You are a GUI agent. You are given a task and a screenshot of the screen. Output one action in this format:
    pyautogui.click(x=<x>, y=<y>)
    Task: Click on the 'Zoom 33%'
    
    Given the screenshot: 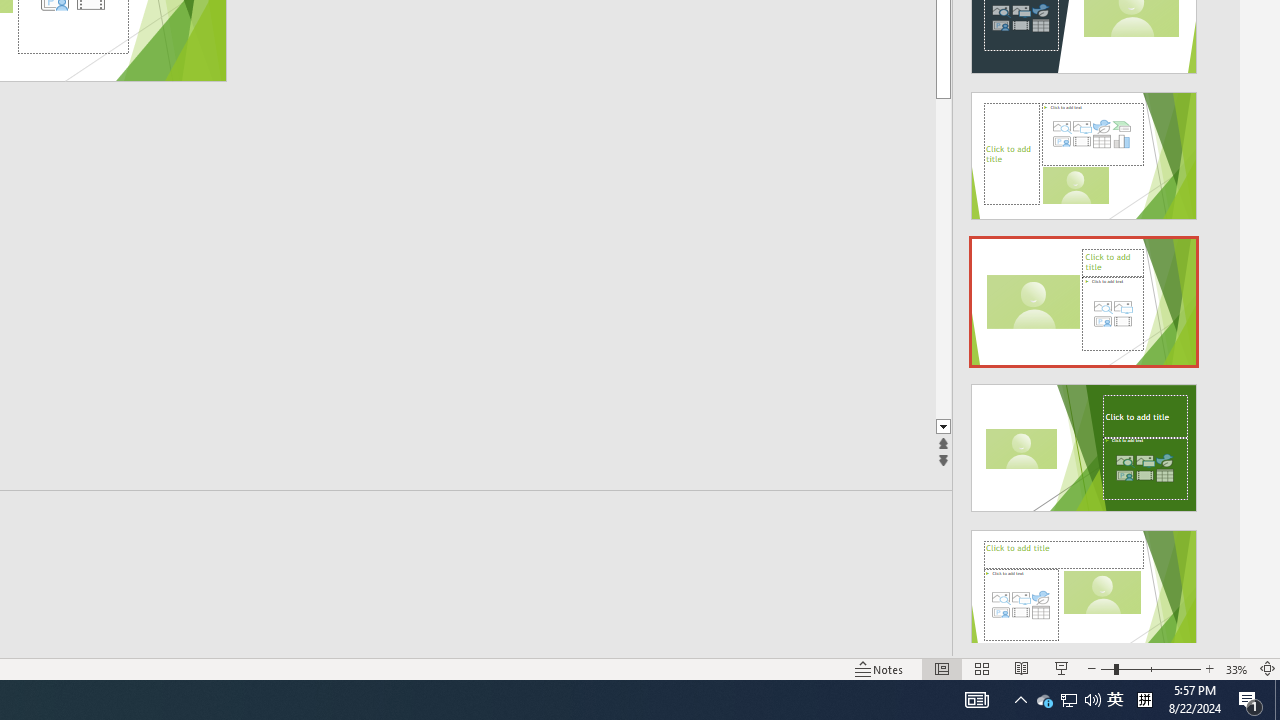 What is the action you would take?
    pyautogui.click(x=1236, y=669)
    